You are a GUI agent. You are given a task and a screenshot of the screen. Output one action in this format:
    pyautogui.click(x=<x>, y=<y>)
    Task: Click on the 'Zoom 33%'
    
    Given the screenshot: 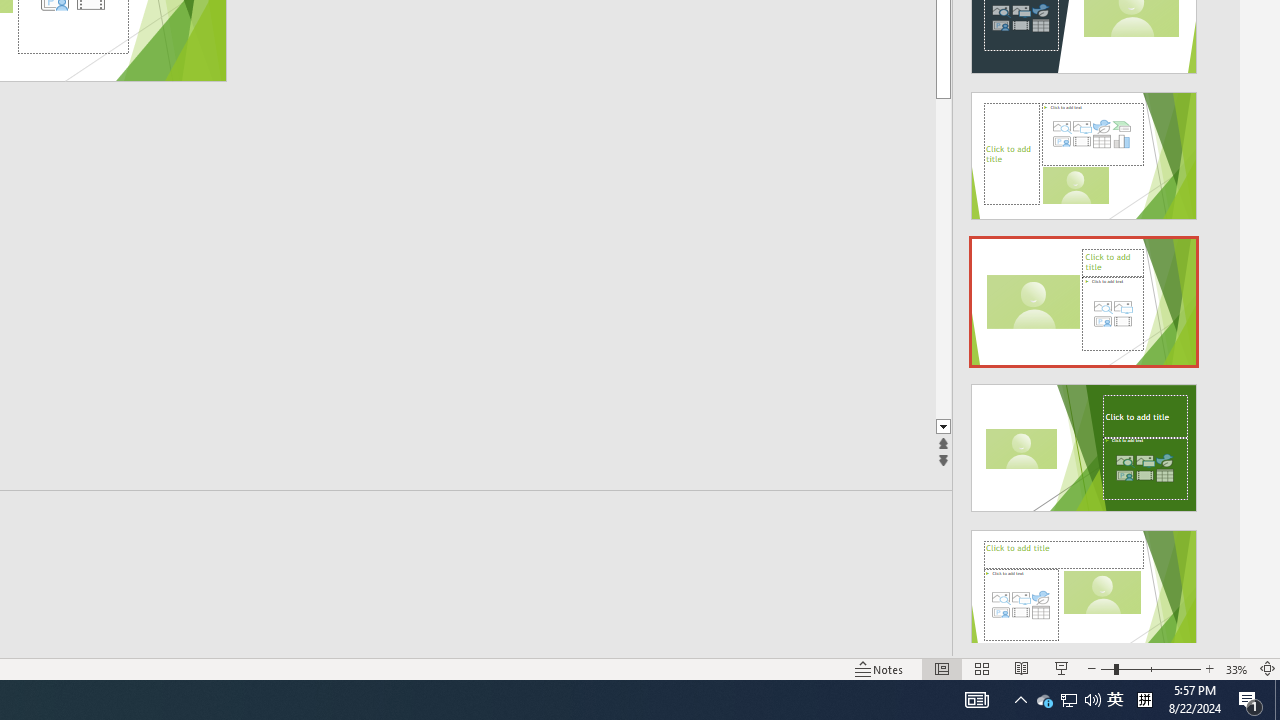 What is the action you would take?
    pyautogui.click(x=1236, y=669)
    